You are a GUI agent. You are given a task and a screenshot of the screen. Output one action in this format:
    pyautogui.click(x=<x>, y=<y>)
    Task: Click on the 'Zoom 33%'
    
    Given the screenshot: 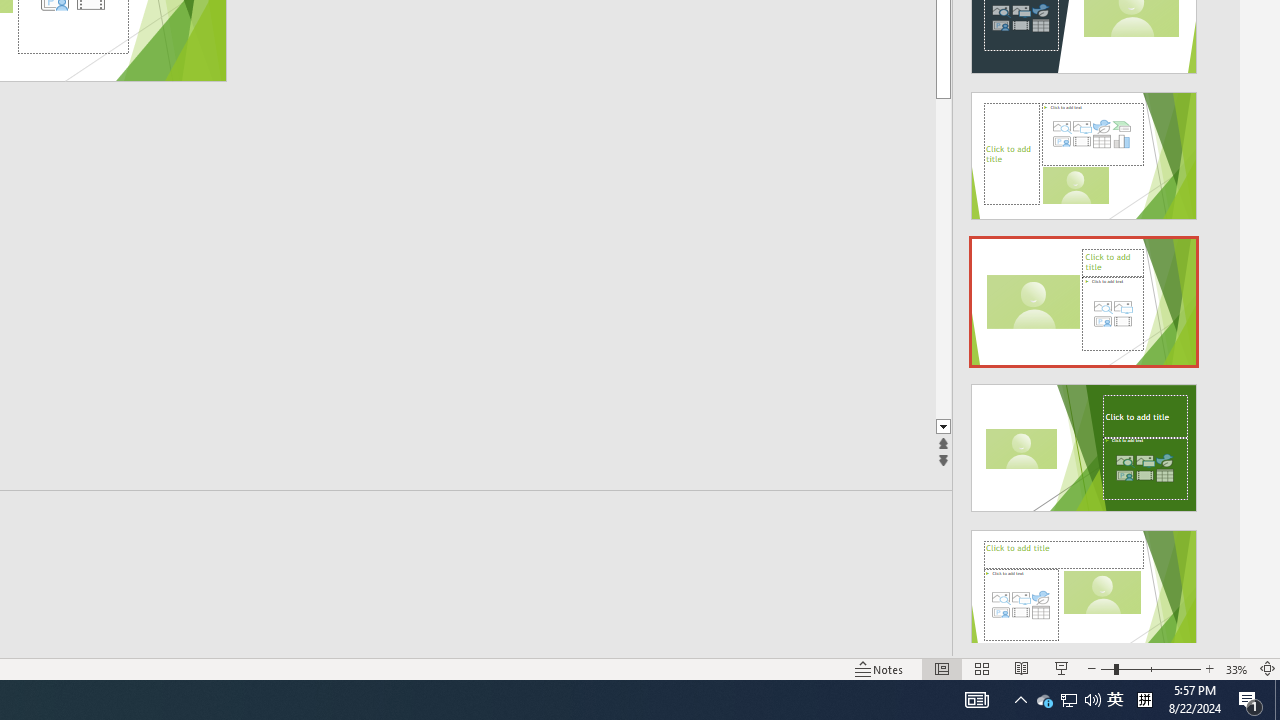 What is the action you would take?
    pyautogui.click(x=1236, y=669)
    